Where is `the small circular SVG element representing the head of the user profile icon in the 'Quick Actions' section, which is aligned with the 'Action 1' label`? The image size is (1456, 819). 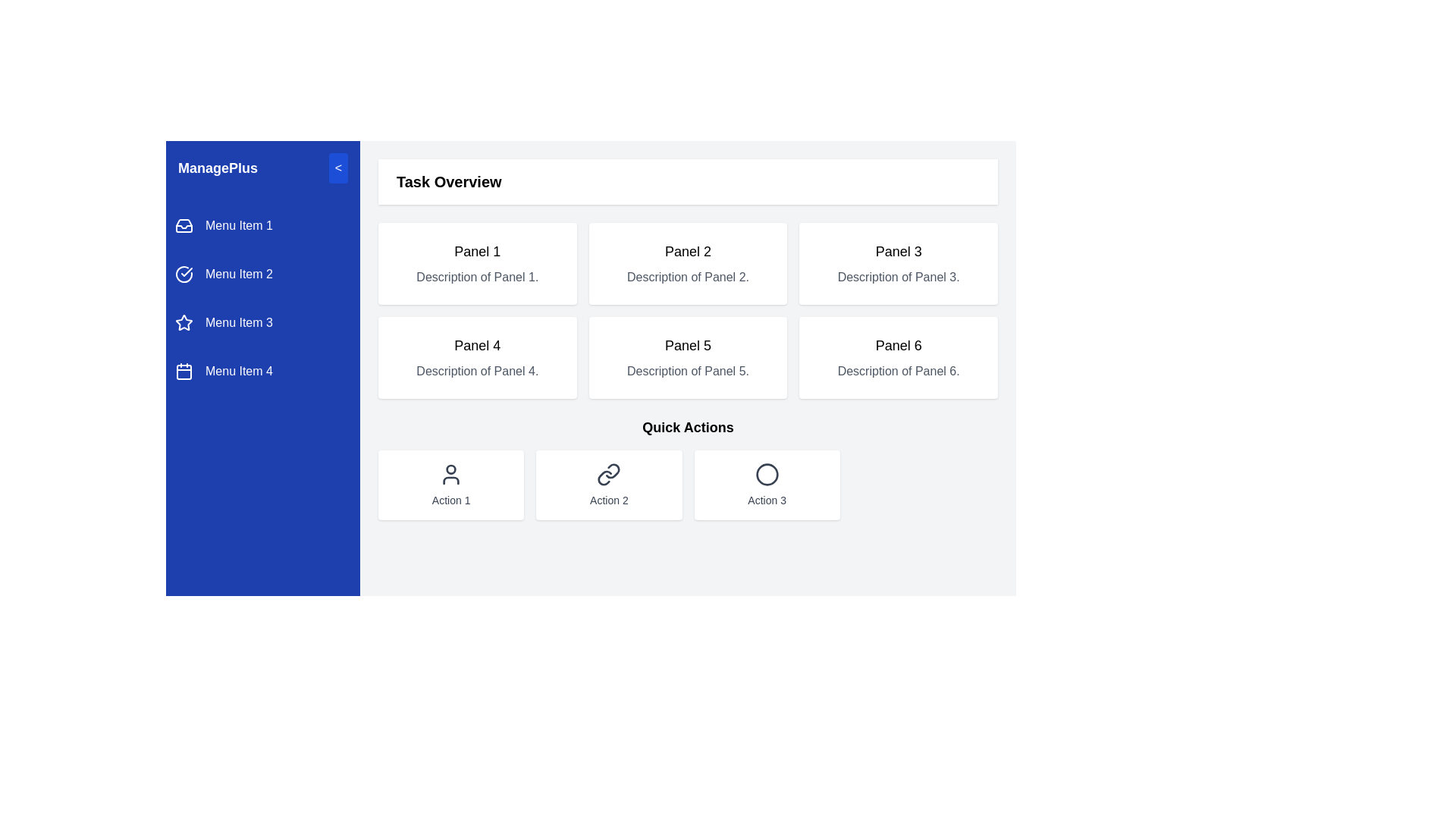
the small circular SVG element representing the head of the user profile icon in the 'Quick Actions' section, which is aligned with the 'Action 1' label is located at coordinates (450, 469).